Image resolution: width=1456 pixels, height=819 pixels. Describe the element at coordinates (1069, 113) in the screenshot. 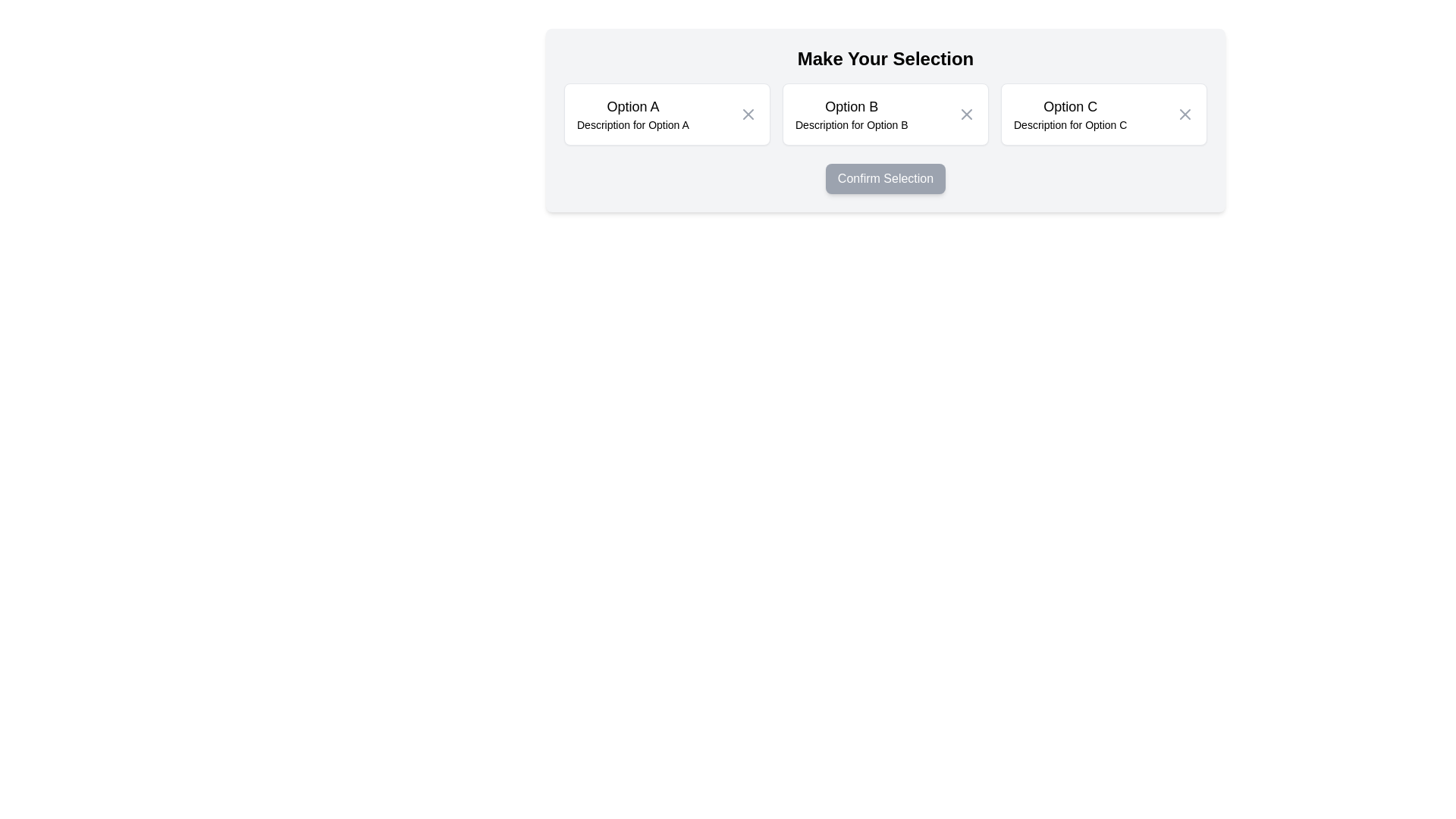

I see `the third selectable card in the group under 'Make Your Selection'` at that location.